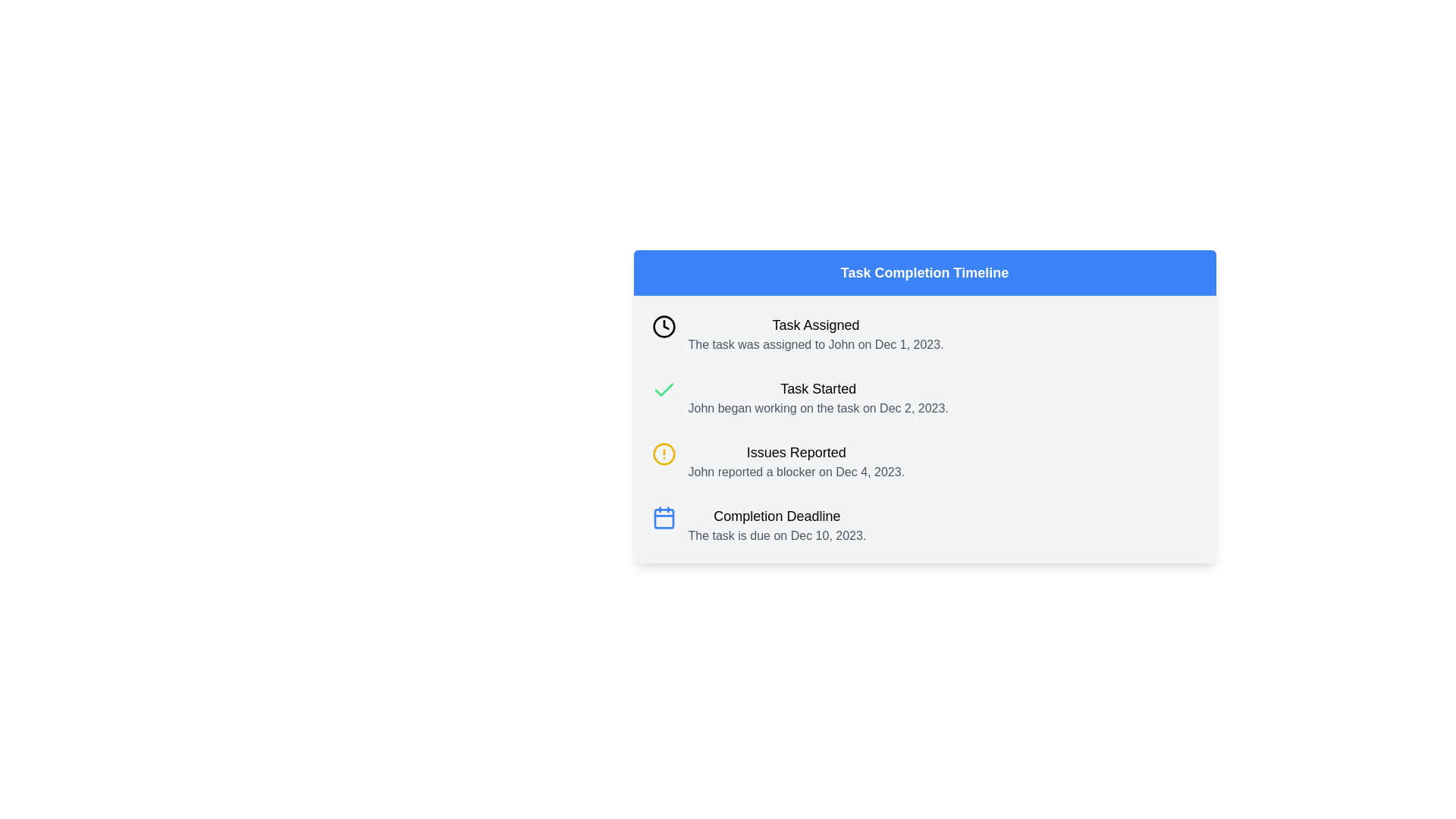 The height and width of the screenshot is (819, 1456). What do you see at coordinates (924, 271) in the screenshot?
I see `the text element displaying 'Task Completion Timeline', which is a bold, white text on a blue background located at the top of the section` at bounding box center [924, 271].